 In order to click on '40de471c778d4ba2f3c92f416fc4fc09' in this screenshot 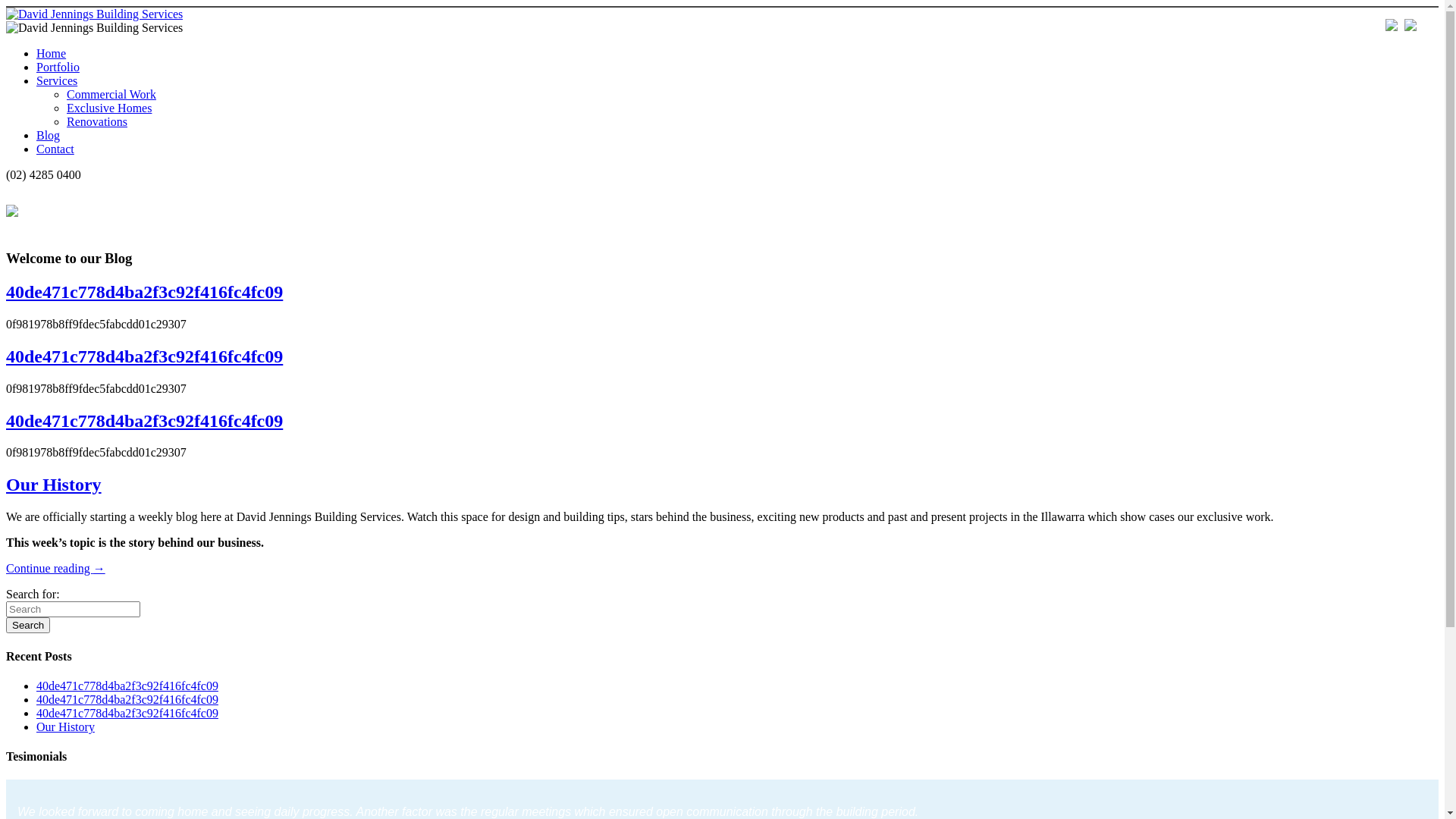, I will do `click(144, 292)`.